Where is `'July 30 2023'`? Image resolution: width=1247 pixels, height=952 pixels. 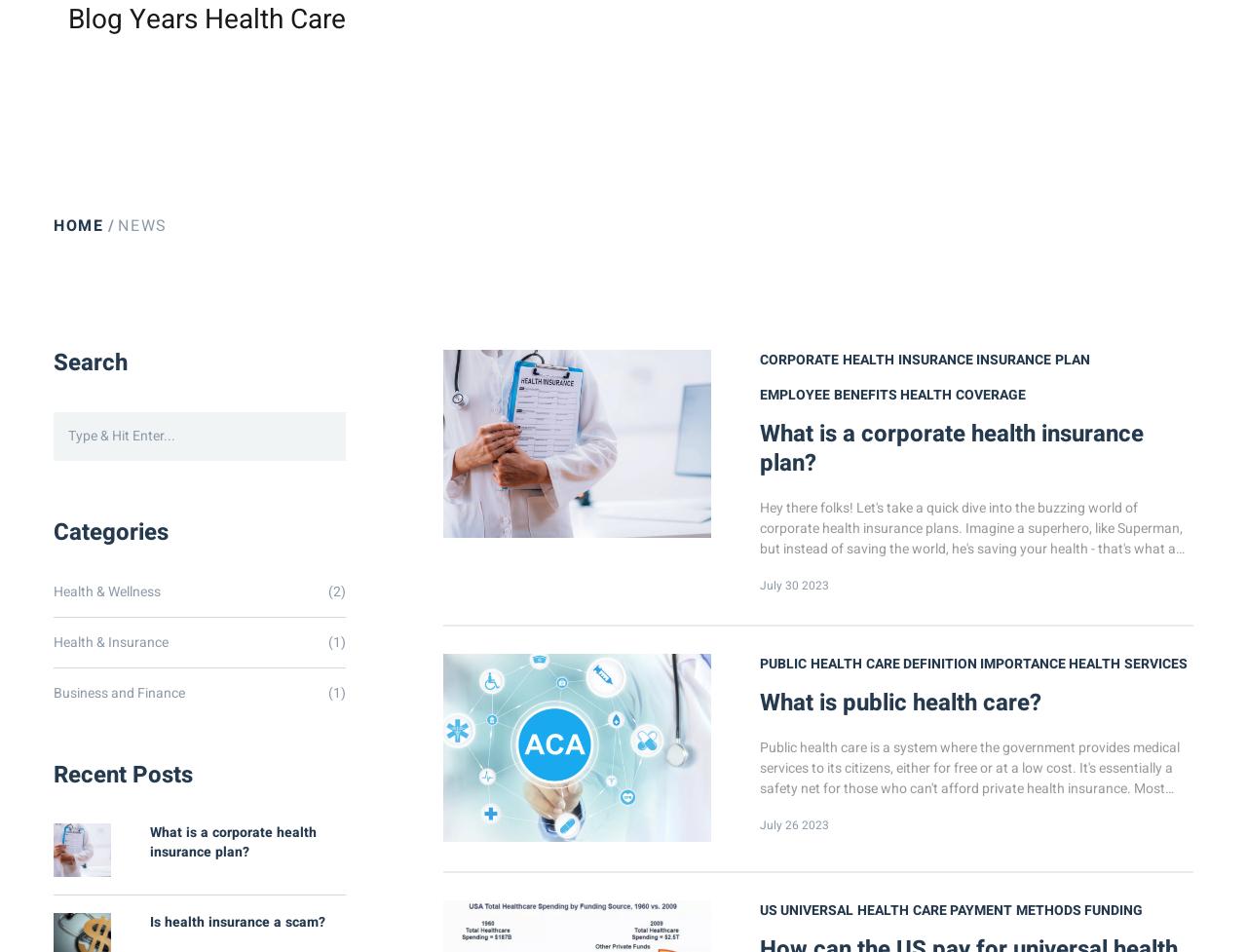 'July 30 2023' is located at coordinates (794, 584).